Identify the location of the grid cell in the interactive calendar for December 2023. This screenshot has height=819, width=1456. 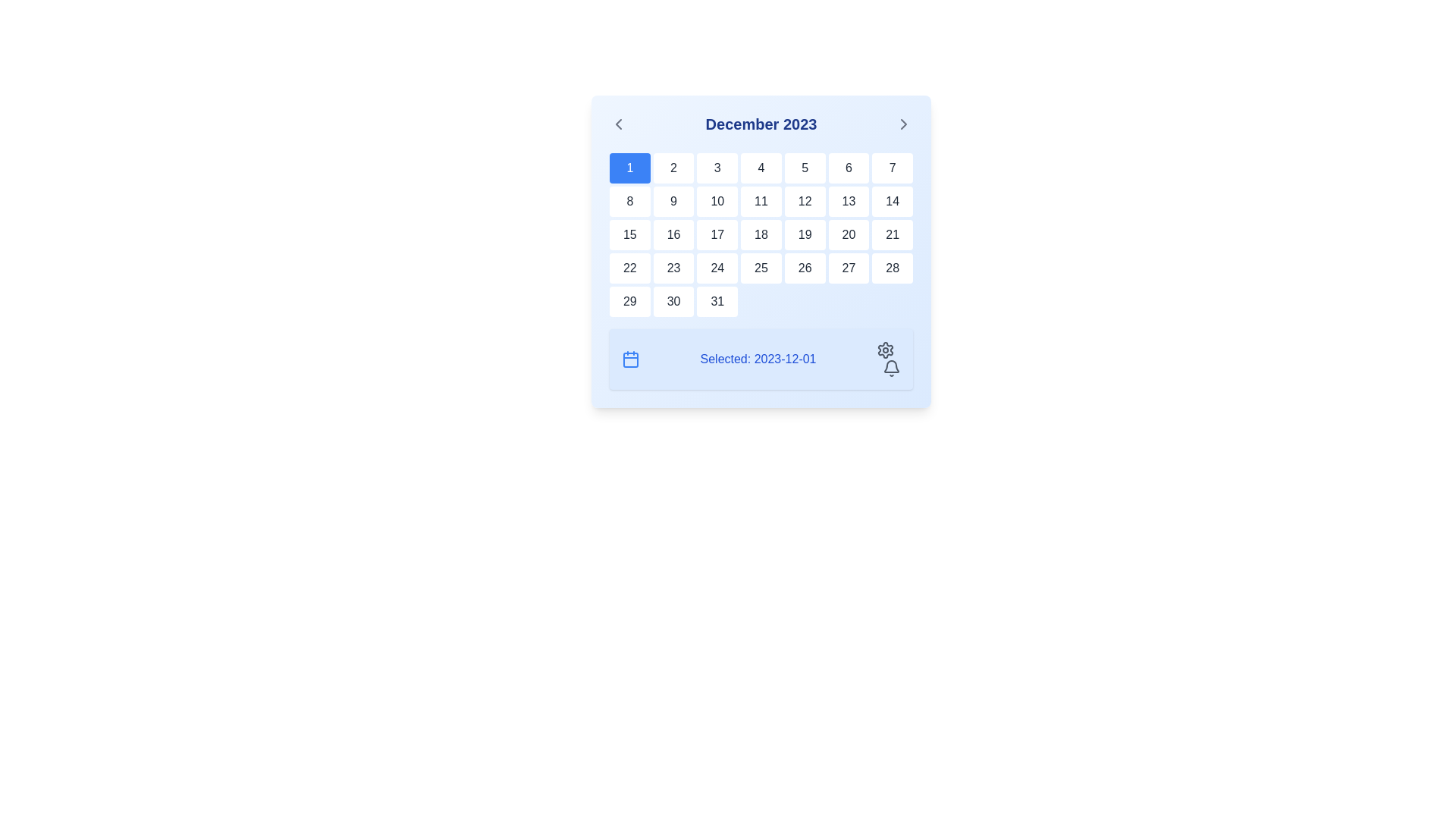
(761, 234).